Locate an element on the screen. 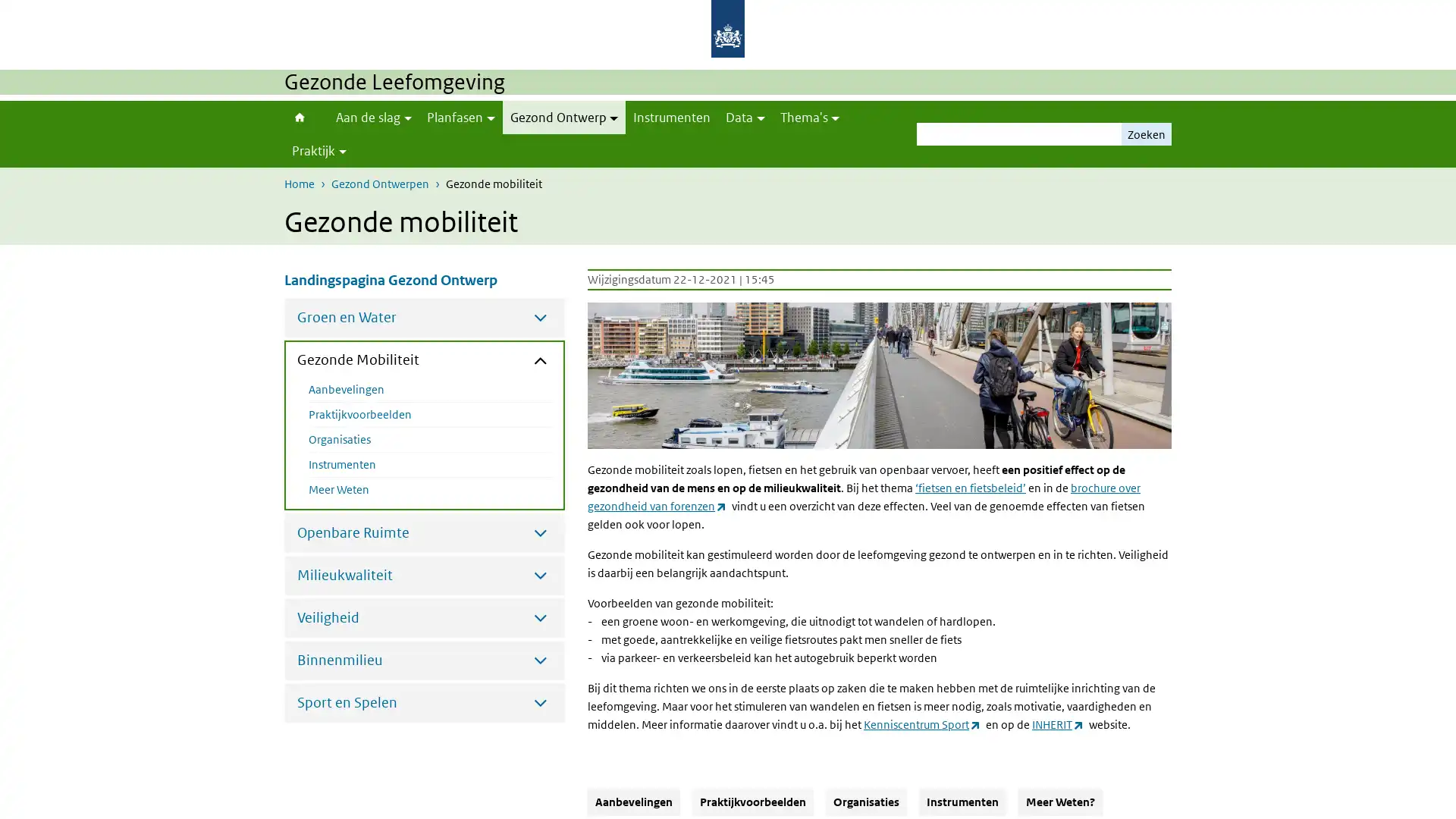 The image size is (1456, 819). Submenu openen is located at coordinates (541, 701).